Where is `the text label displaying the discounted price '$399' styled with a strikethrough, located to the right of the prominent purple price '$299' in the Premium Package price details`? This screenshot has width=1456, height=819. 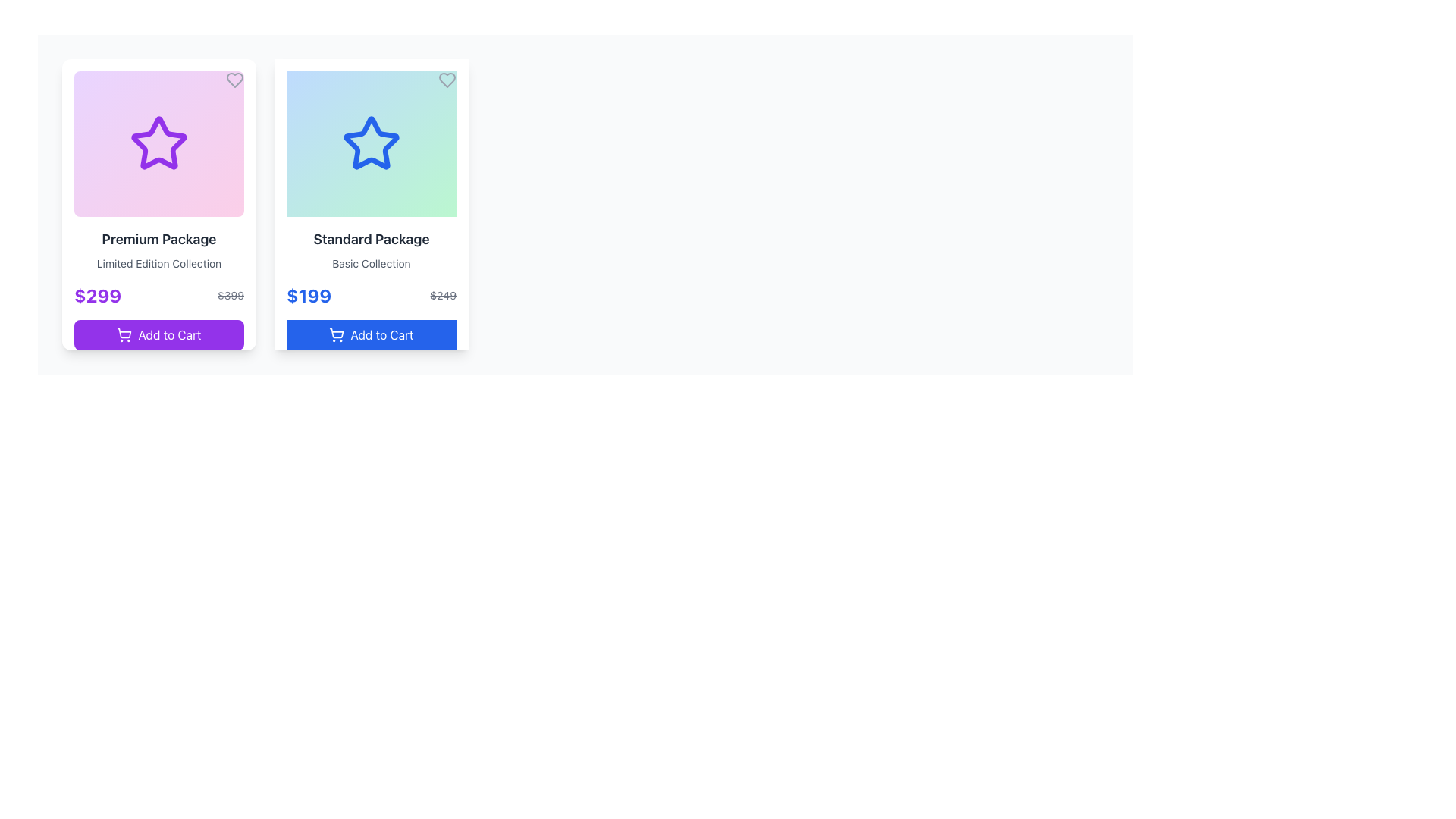 the text label displaying the discounted price '$399' styled with a strikethrough, located to the right of the prominent purple price '$299' in the Premium Package price details is located at coordinates (230, 295).